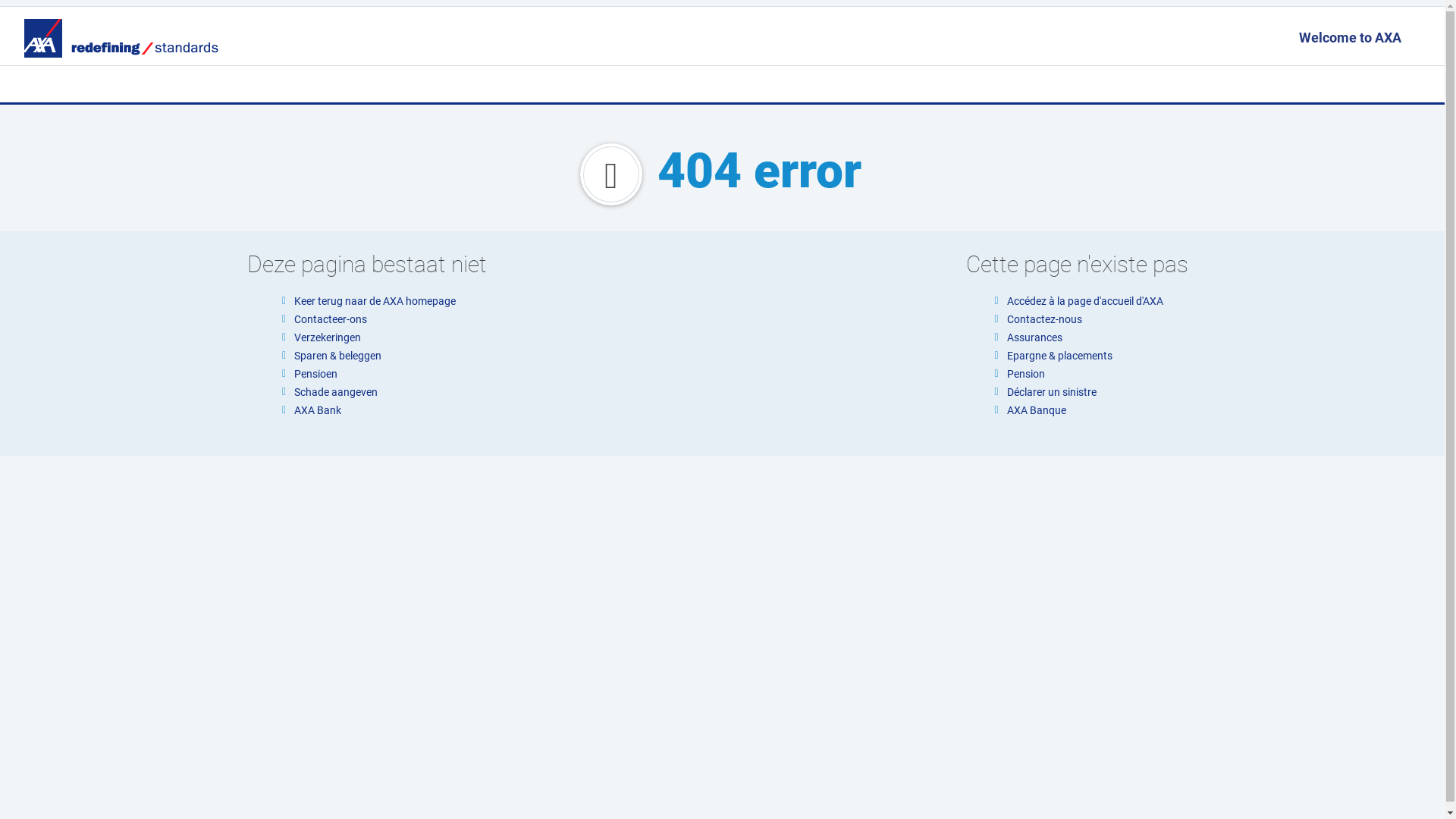  Describe the element at coordinates (1036, 409) in the screenshot. I see `'AXA Banque'` at that location.